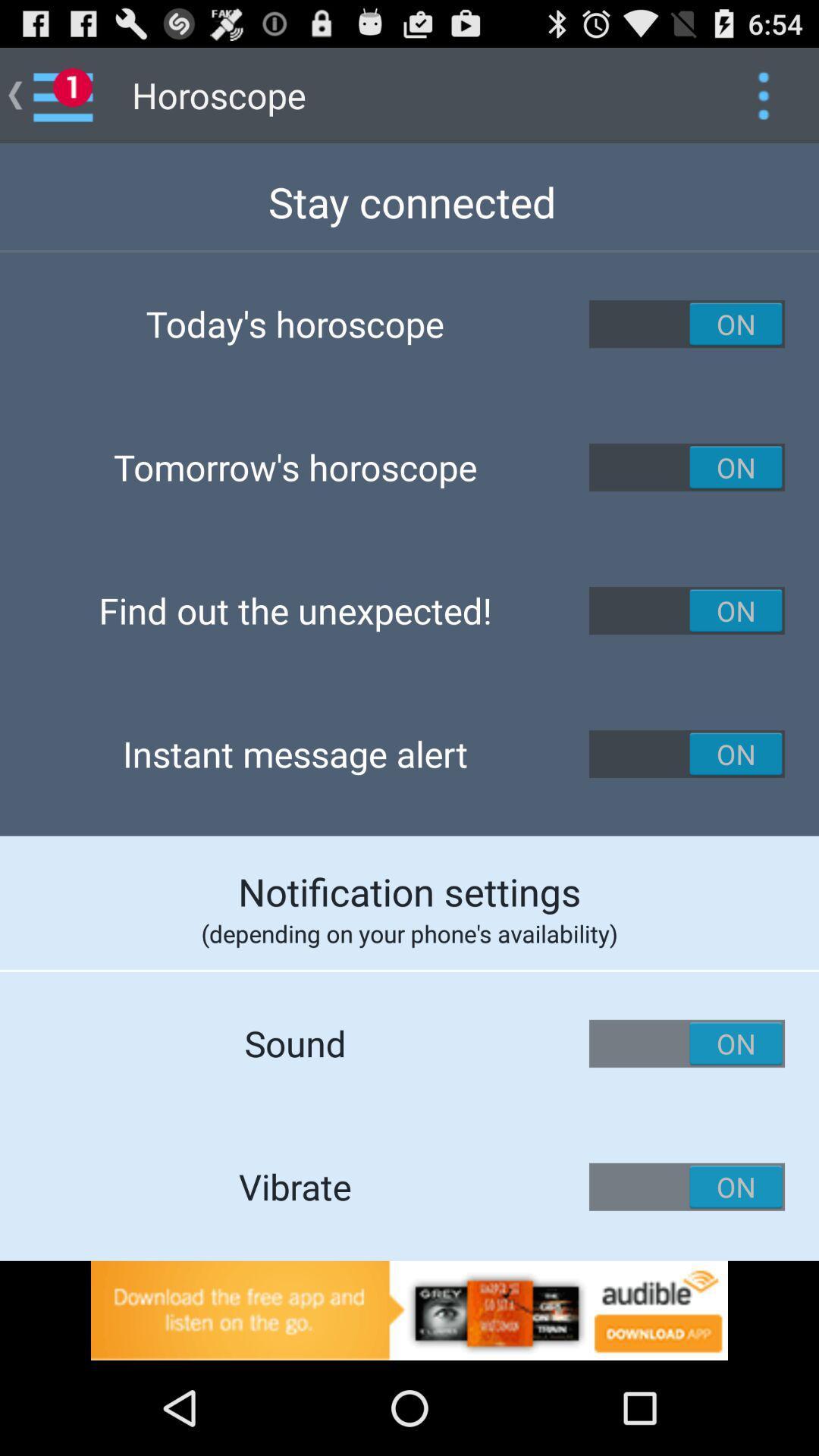 This screenshot has height=1456, width=819. Describe the element at coordinates (409, 1310) in the screenshot. I see `advertisement` at that location.